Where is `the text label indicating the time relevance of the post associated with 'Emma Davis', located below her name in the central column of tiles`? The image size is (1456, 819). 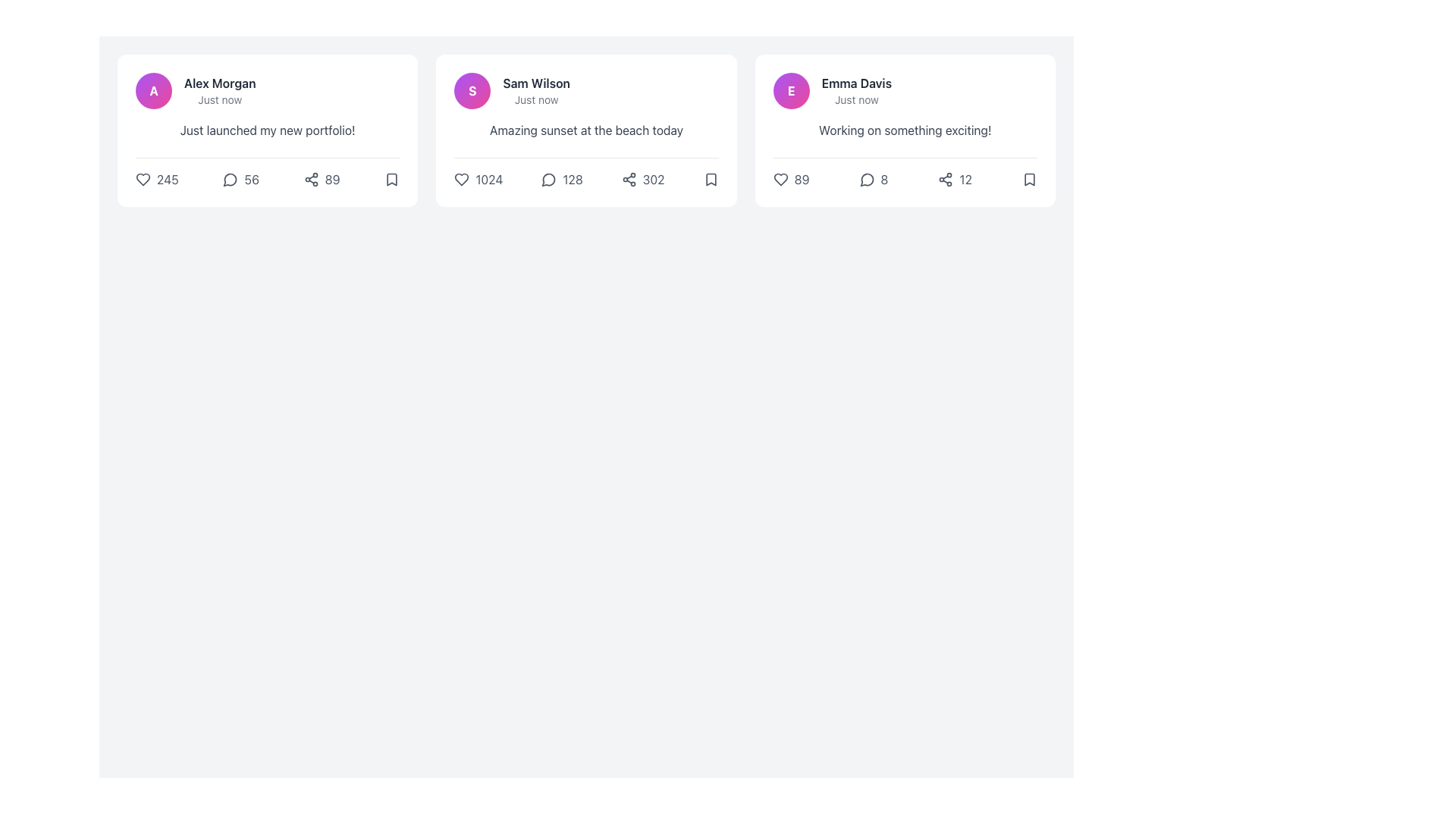
the text label indicating the time relevance of the post associated with 'Emma Davis', located below her name in the central column of tiles is located at coordinates (856, 99).